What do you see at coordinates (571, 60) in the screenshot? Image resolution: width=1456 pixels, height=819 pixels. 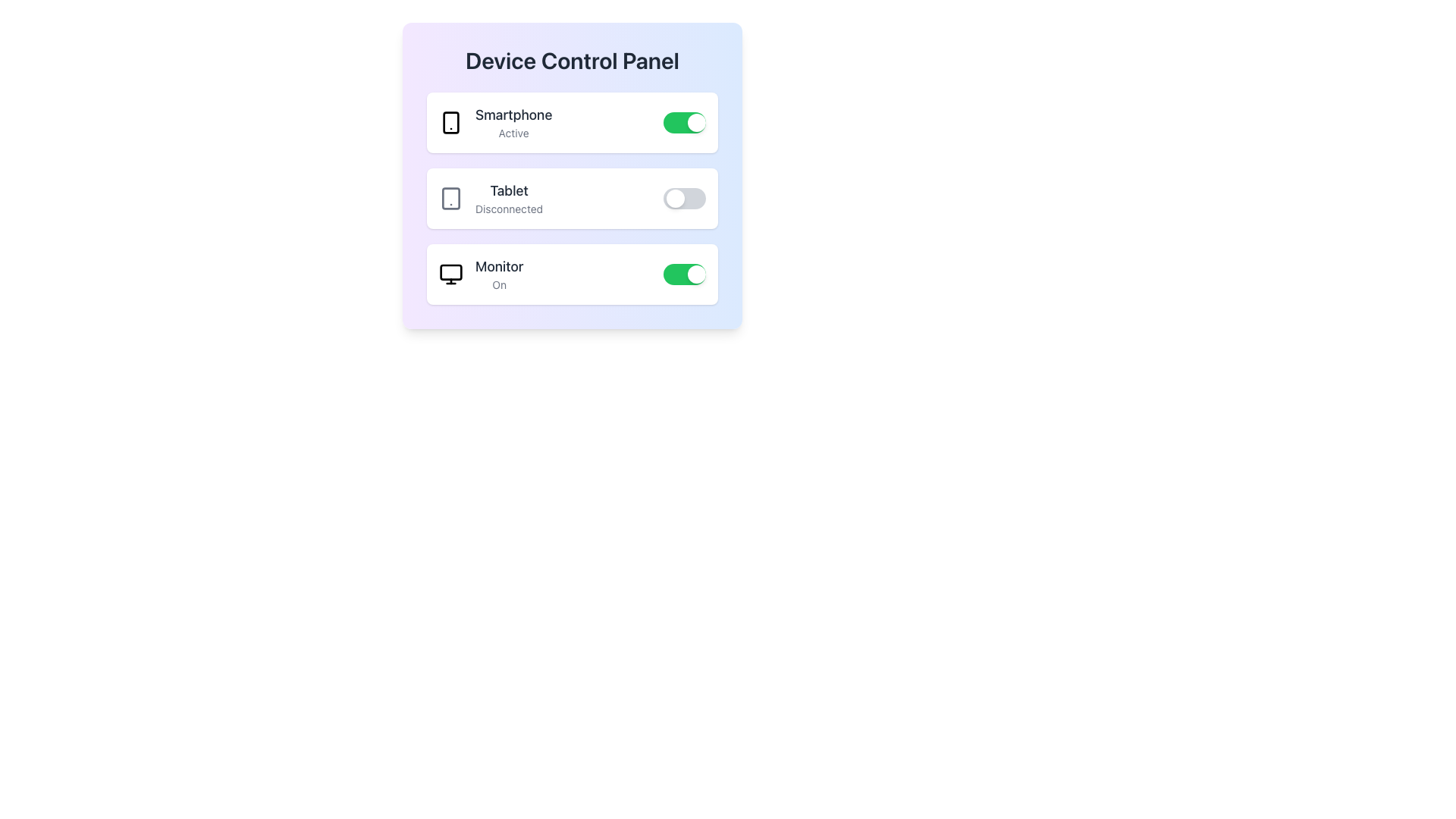 I see `the descriptive title text label at the top of the device control panel, which indicates the purpose of the interface` at bounding box center [571, 60].